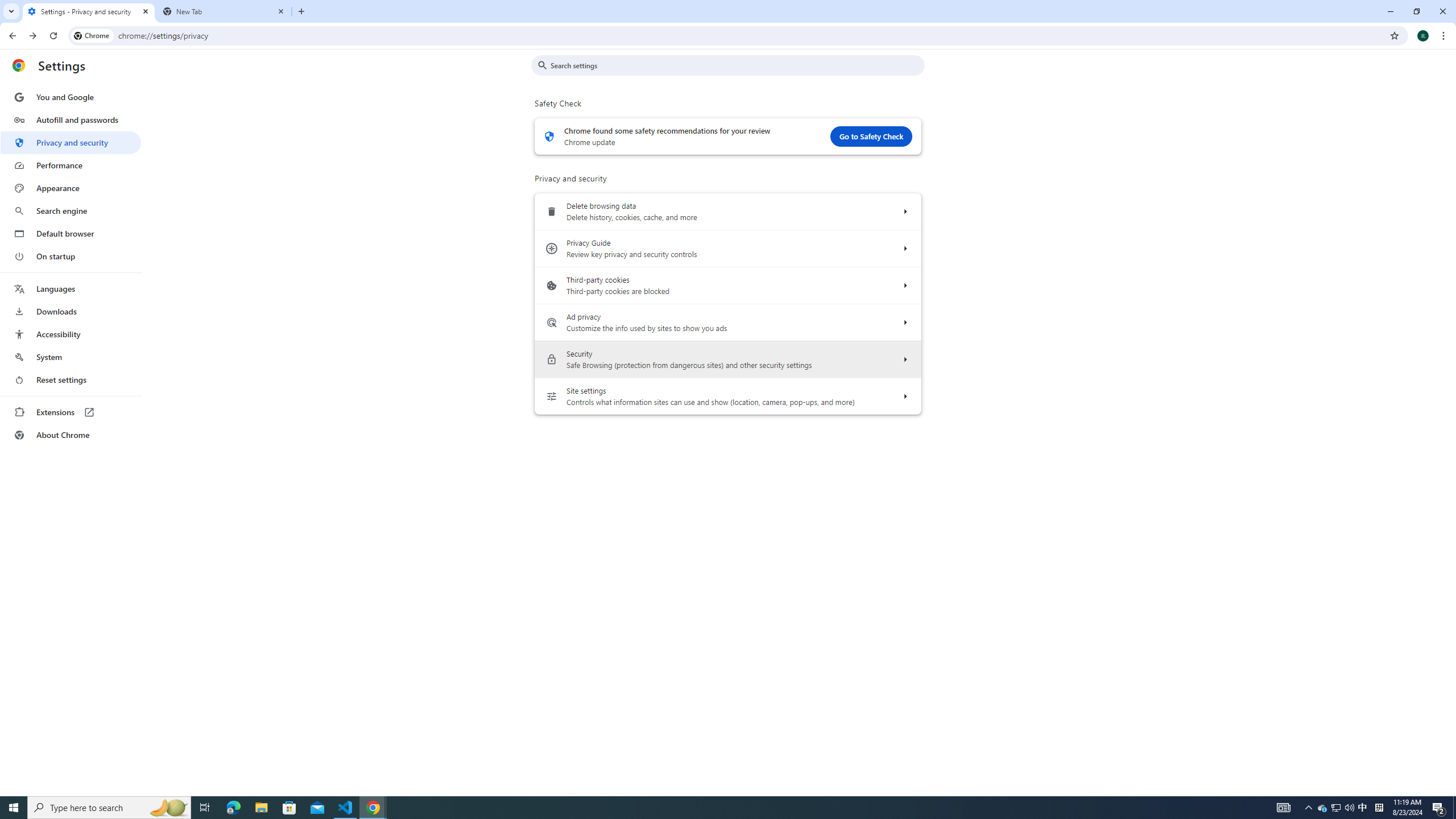 The height and width of the screenshot is (819, 1456). What do you see at coordinates (70, 233) in the screenshot?
I see `'Default browser'` at bounding box center [70, 233].